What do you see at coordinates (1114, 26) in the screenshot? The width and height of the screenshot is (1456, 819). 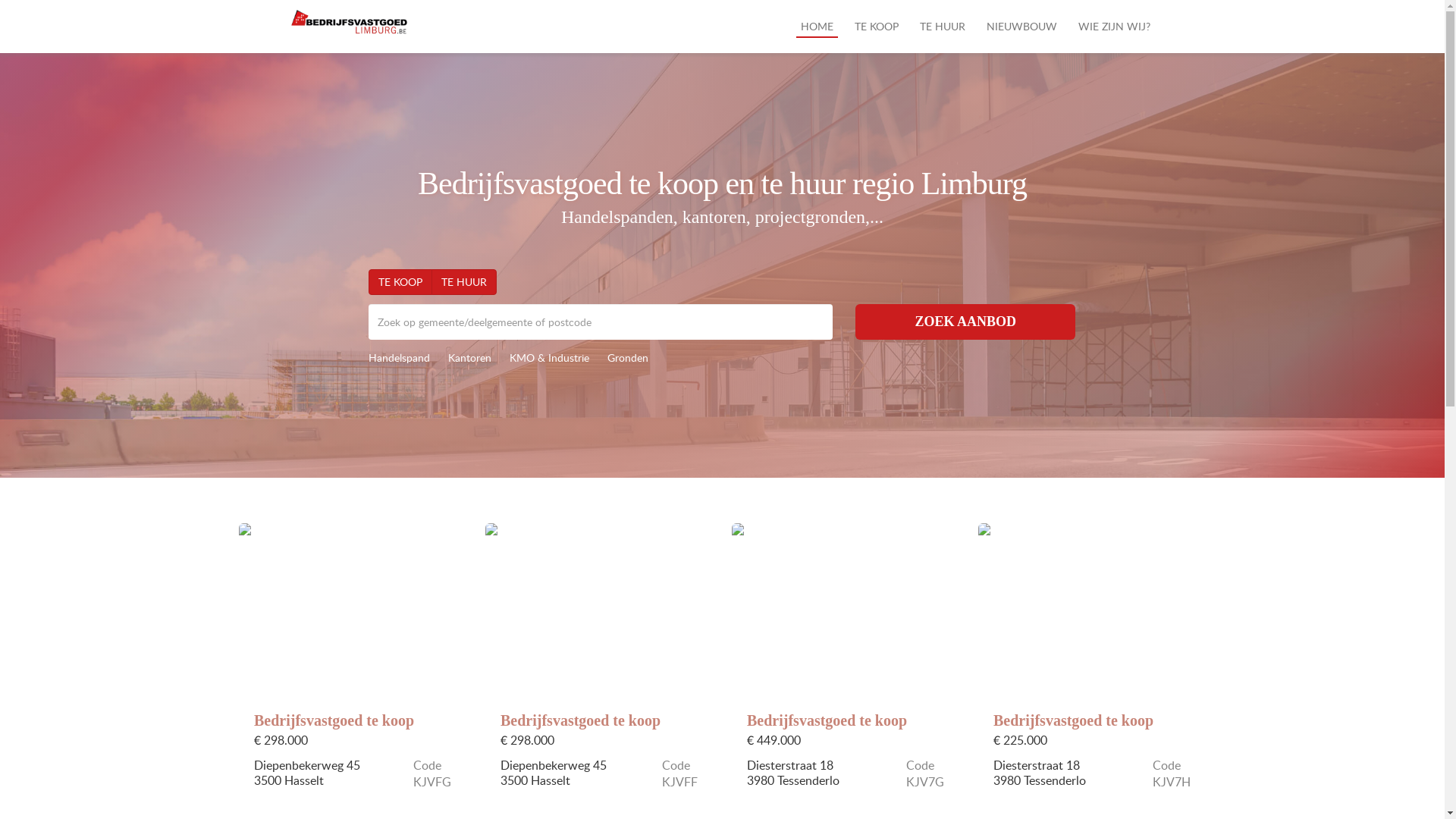 I see `'WIE ZIJN WIJ?'` at bounding box center [1114, 26].